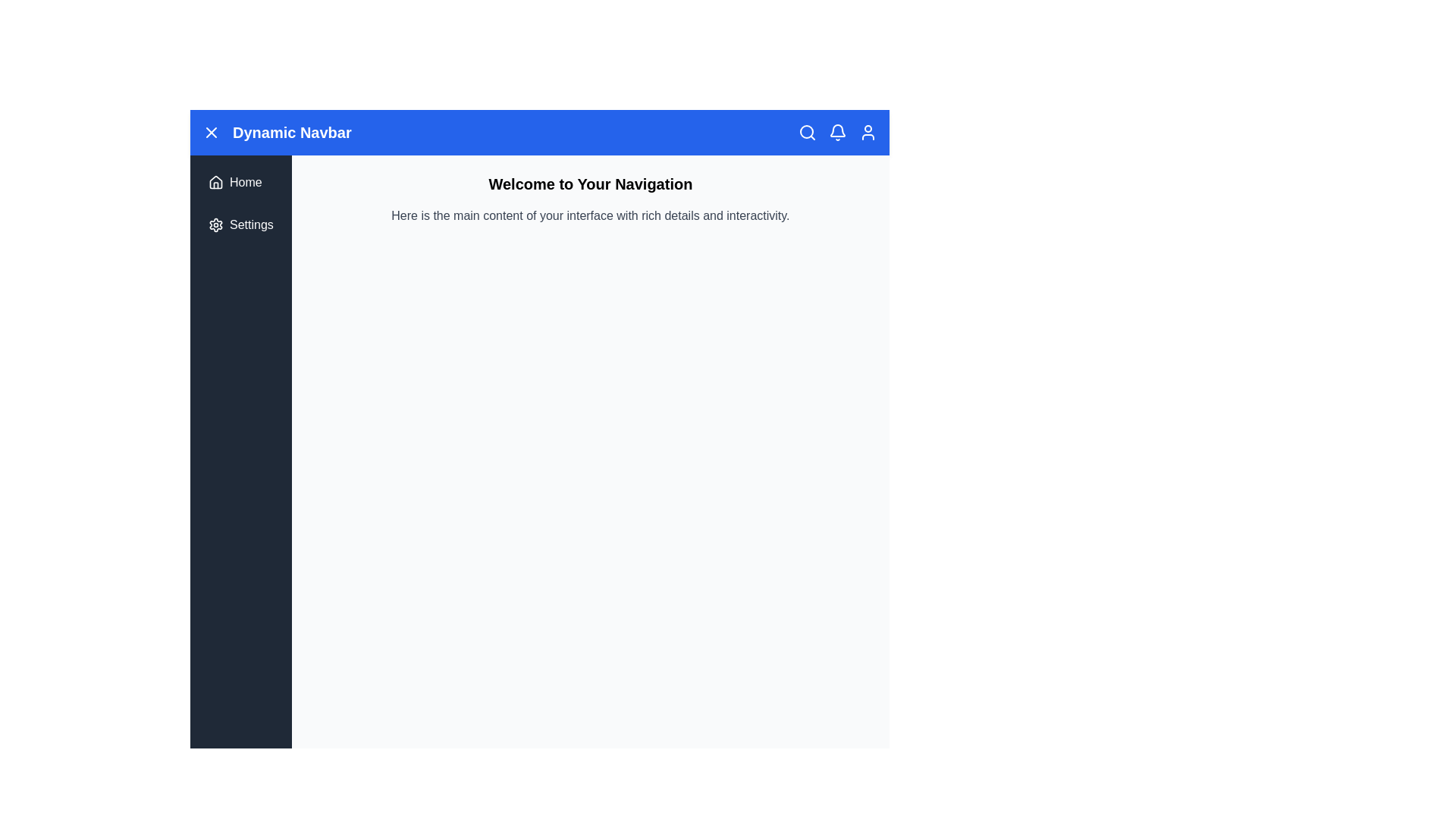 The width and height of the screenshot is (1456, 819). What do you see at coordinates (589, 216) in the screenshot?
I see `the descriptive text element located below the heading 'Welcome to Your Navigation', which spans horizontally across the center of the content area` at bounding box center [589, 216].